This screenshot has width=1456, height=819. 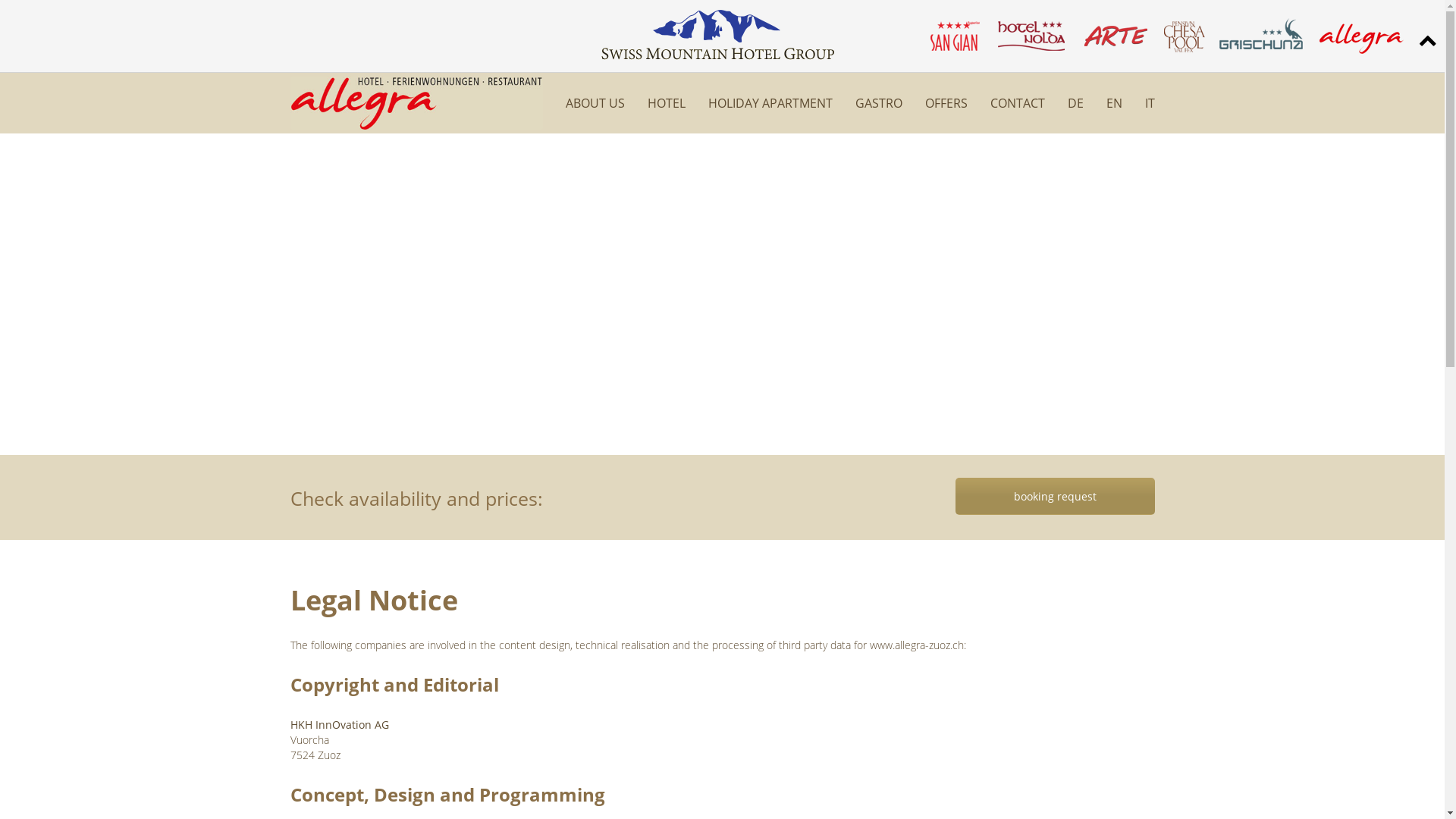 What do you see at coordinates (564, 102) in the screenshot?
I see `'ABOUT US'` at bounding box center [564, 102].